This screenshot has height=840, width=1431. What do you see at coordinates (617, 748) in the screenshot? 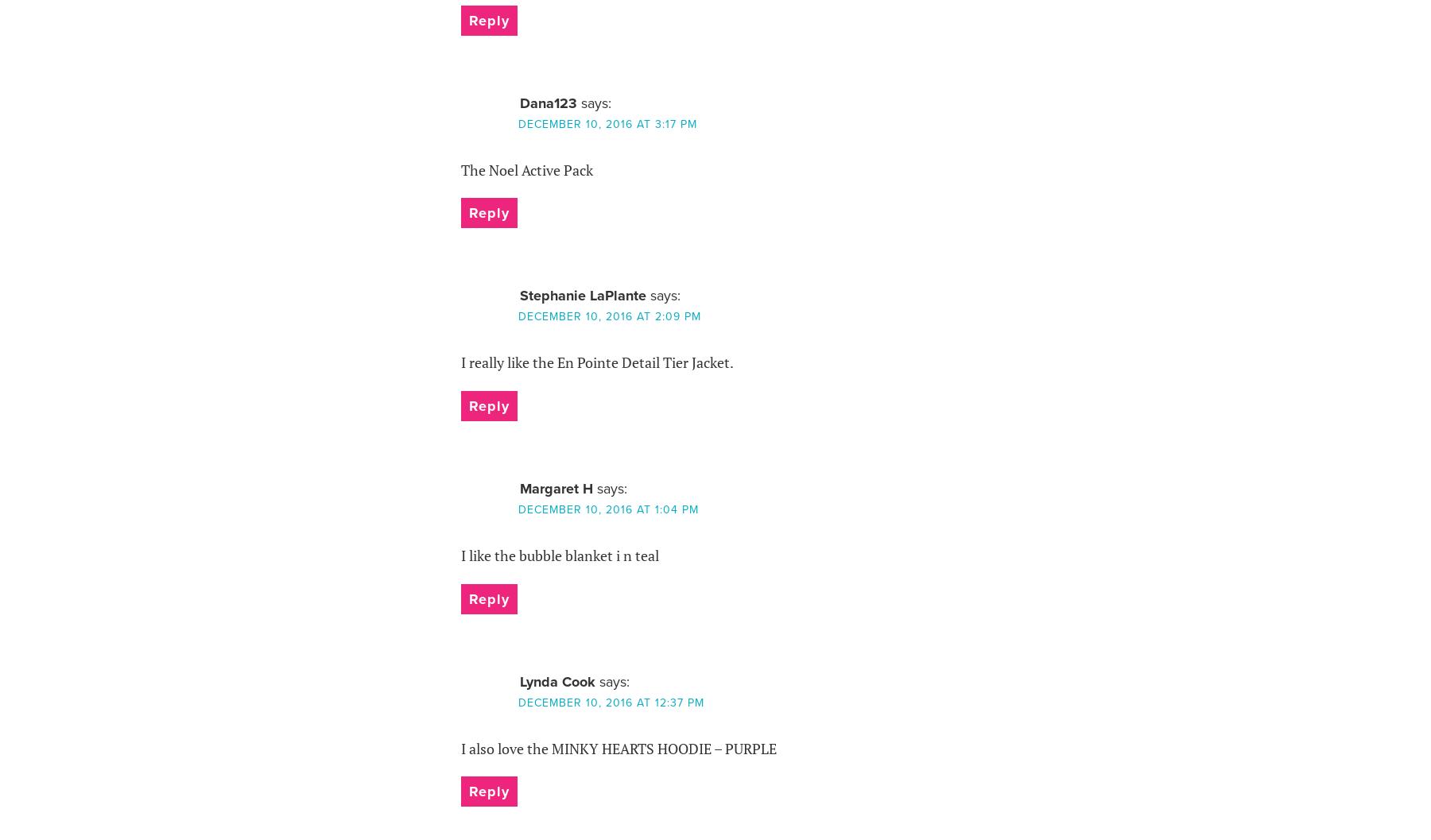
I see `'I also love the MINKY HEARTS HOODIE – PURPLE'` at bounding box center [617, 748].